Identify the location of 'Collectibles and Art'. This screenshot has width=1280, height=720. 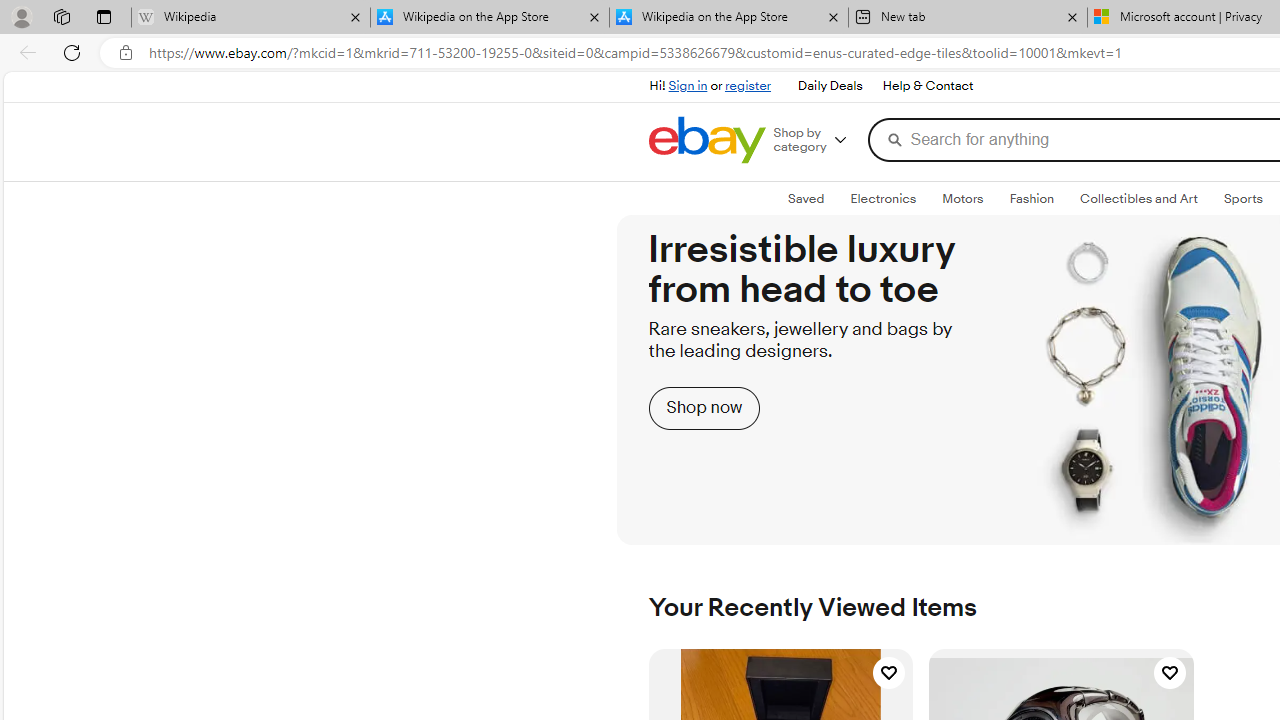
(1139, 199).